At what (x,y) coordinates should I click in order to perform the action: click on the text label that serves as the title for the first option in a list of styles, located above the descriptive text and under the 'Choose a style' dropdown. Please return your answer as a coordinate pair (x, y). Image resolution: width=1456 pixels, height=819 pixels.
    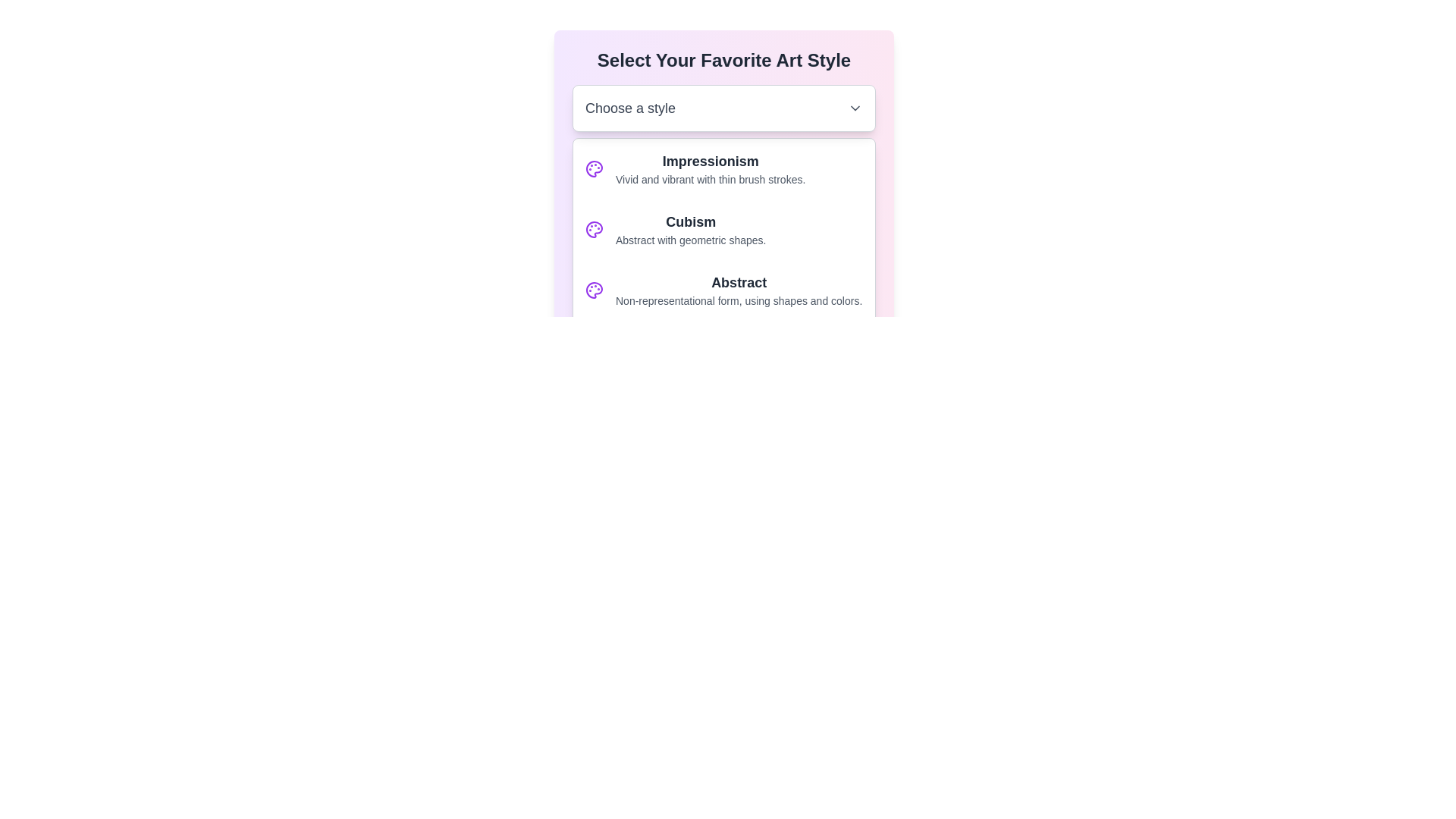
    Looking at the image, I should click on (710, 161).